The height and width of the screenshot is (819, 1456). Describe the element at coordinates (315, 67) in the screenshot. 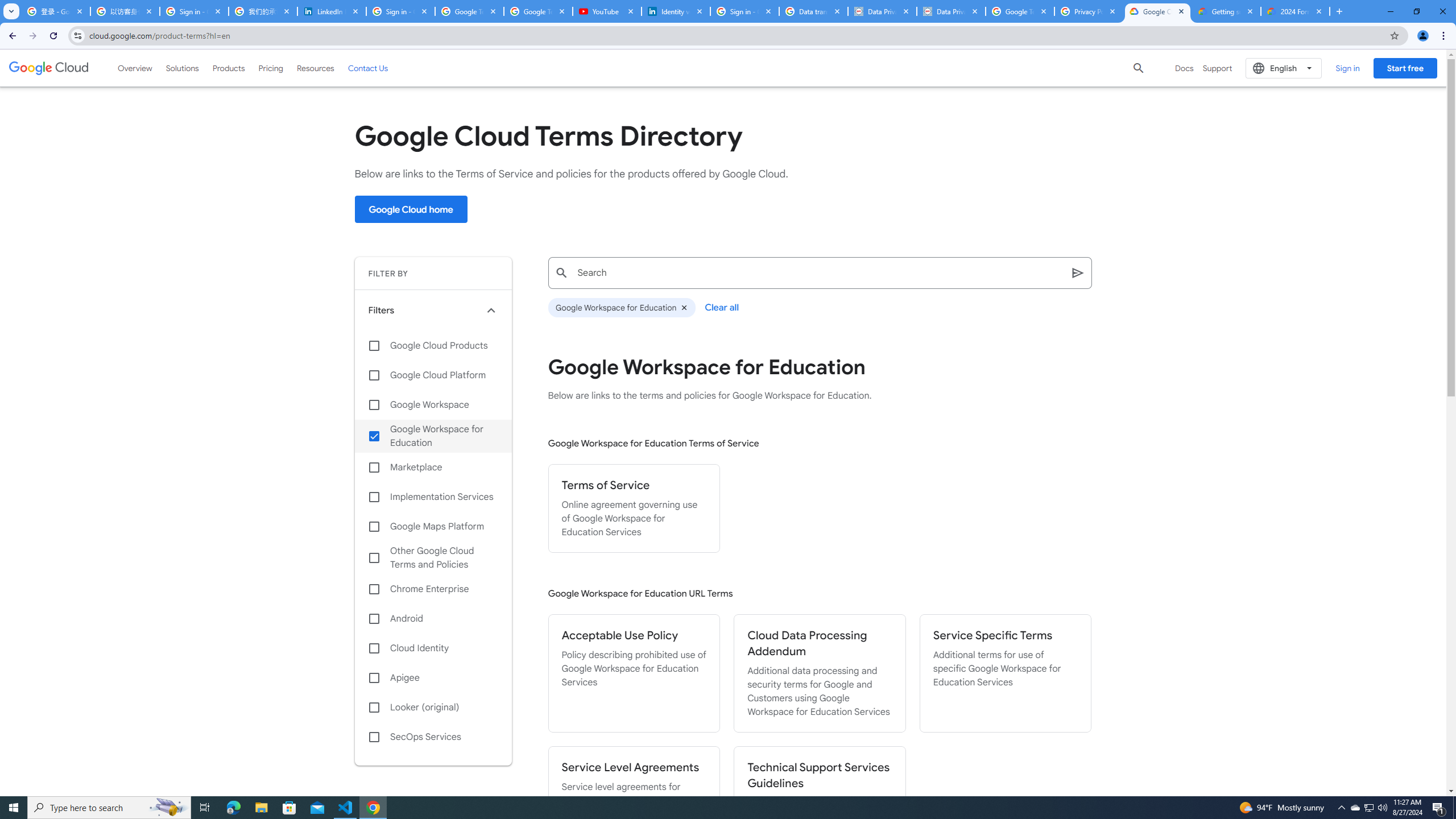

I see `'Resources'` at that location.